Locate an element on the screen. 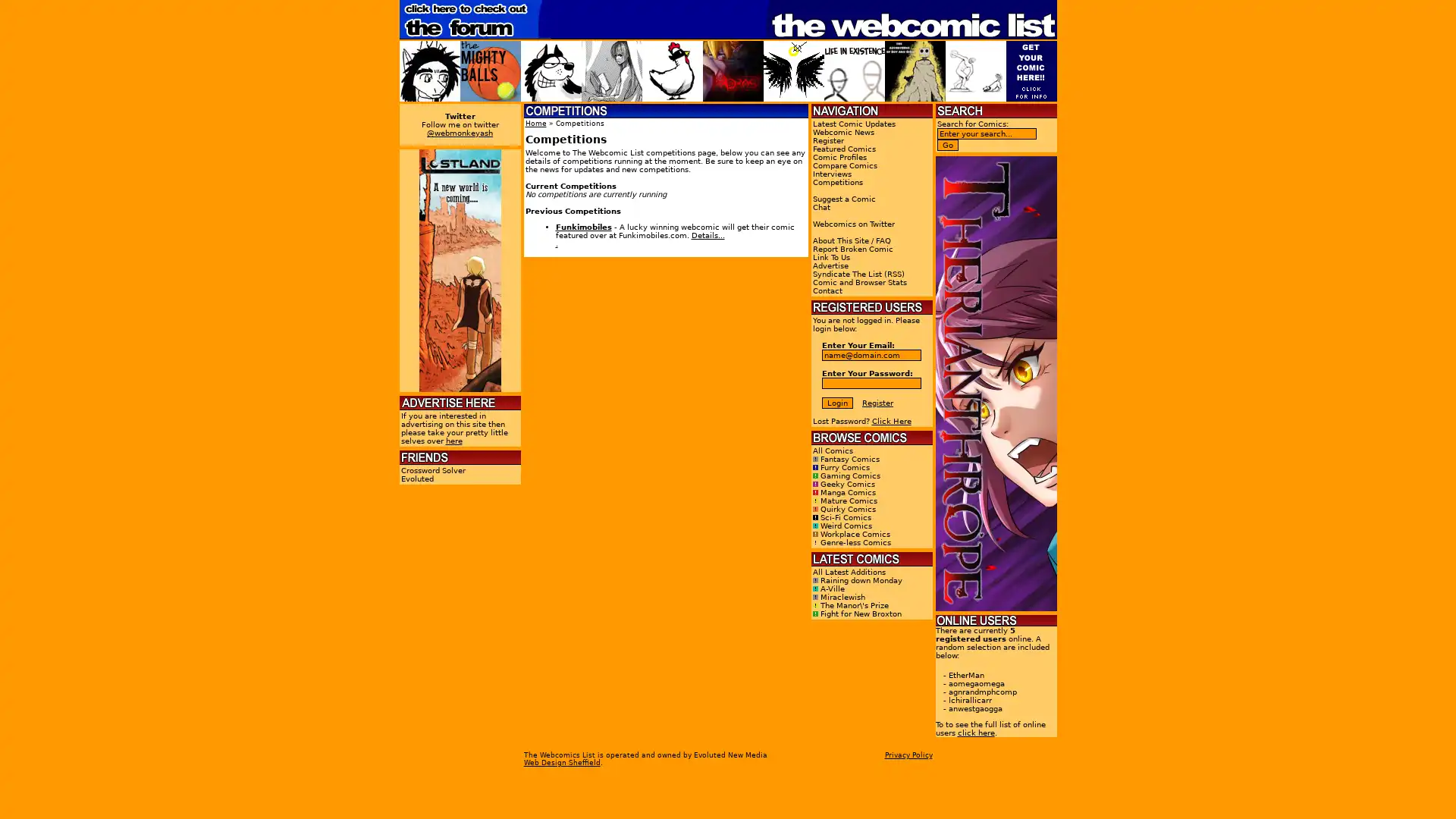  Login is located at coordinates (836, 402).